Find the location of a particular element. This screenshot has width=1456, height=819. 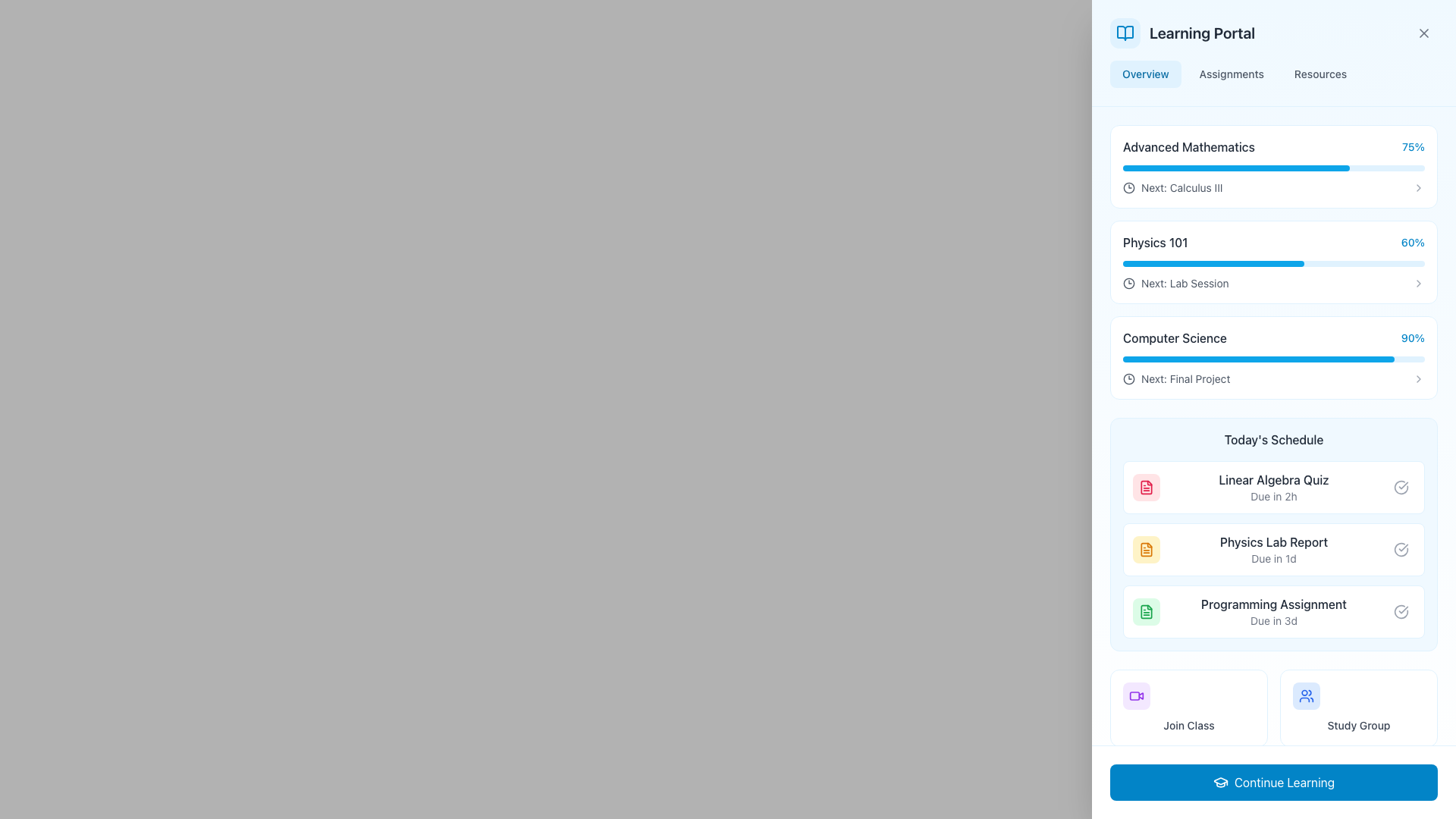

the SVG circle graphic that signifies the outline of a clock, which is part of the icon representing time-related information next to the 'Next: Lab Session' text under the Physics 101 section is located at coordinates (1128, 187).